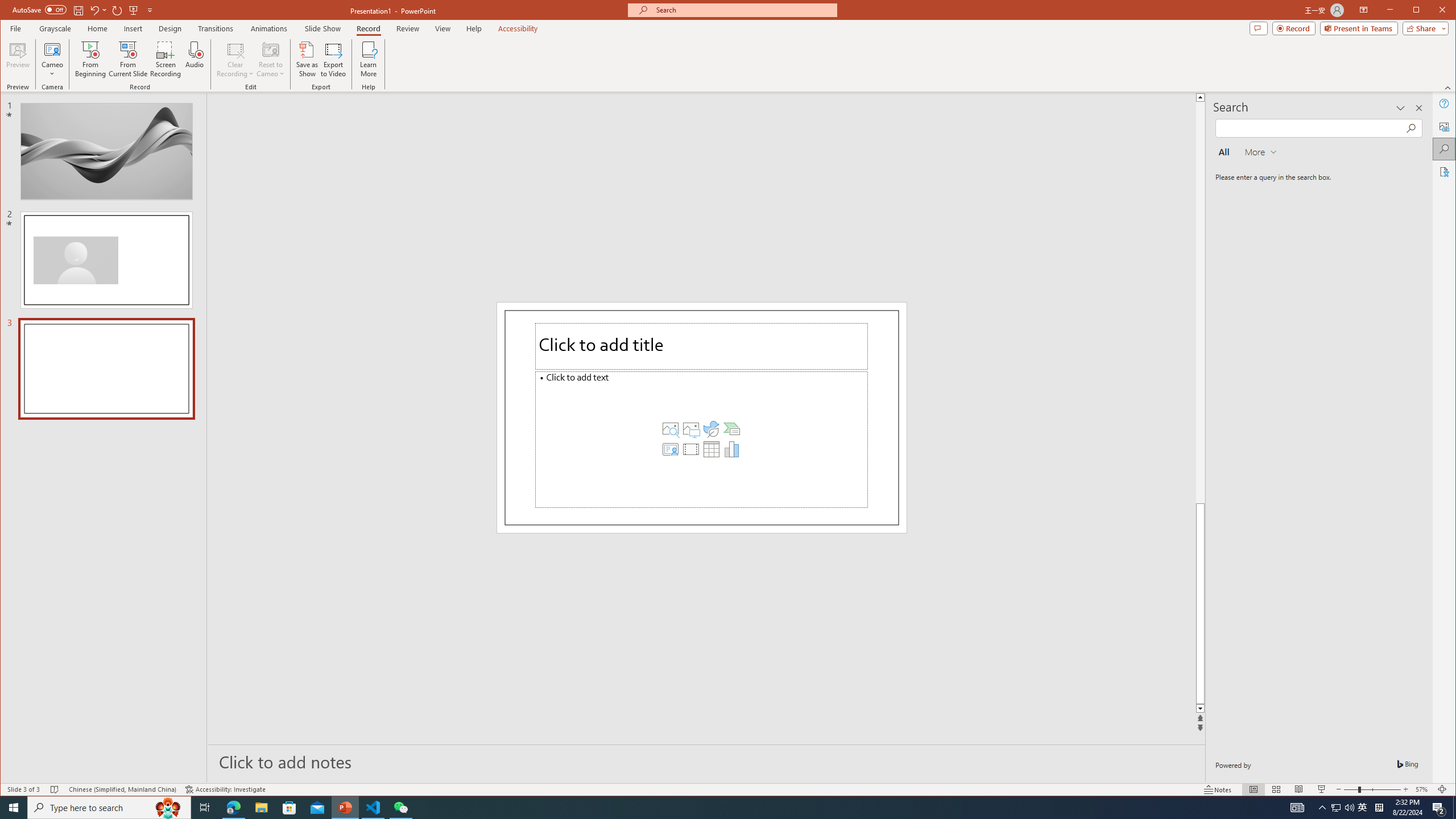 Image resolution: width=1456 pixels, height=819 pixels. Describe the element at coordinates (701, 439) in the screenshot. I see `'Content Placeholder'` at that location.